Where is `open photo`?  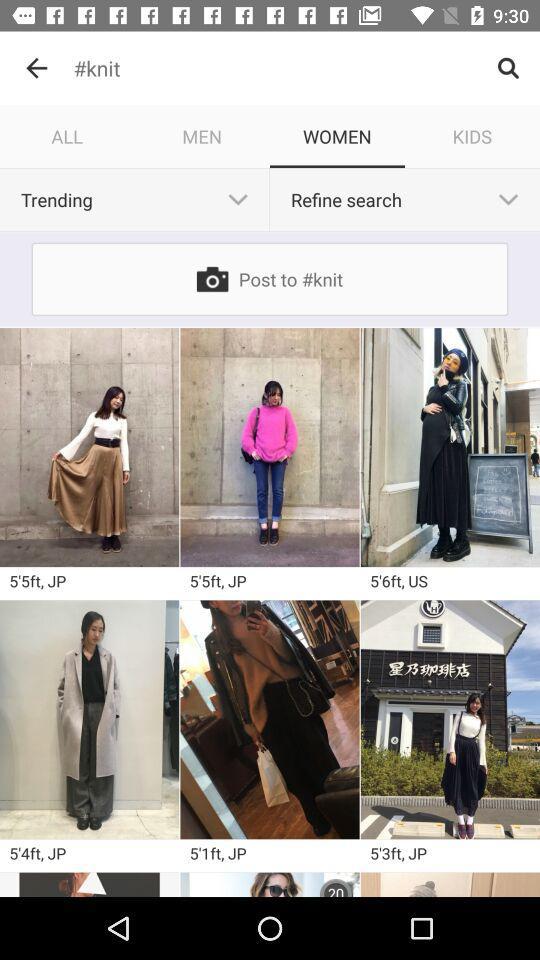
open photo is located at coordinates (270, 447).